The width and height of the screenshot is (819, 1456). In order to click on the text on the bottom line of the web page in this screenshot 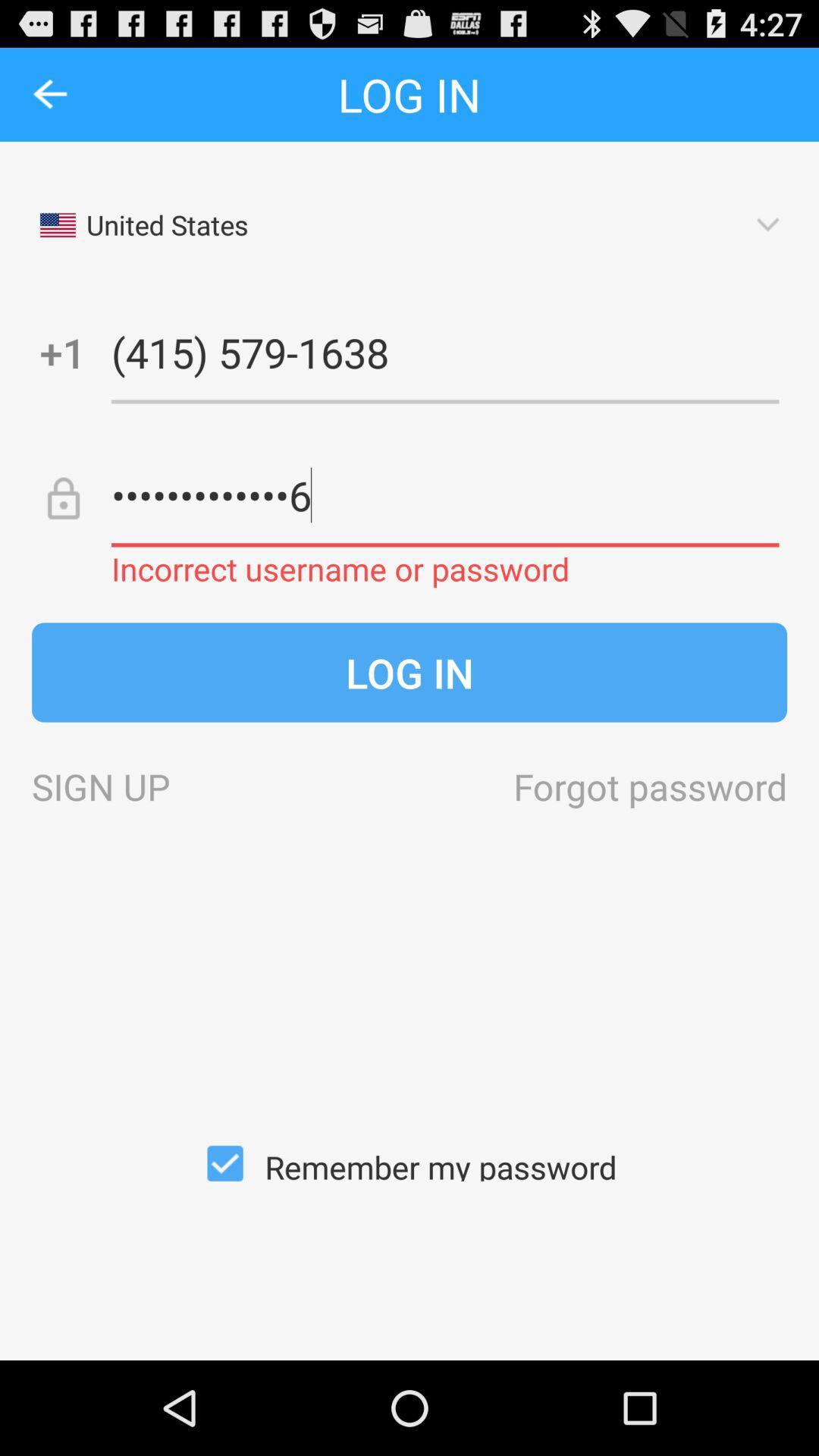, I will do `click(409, 1163)`.